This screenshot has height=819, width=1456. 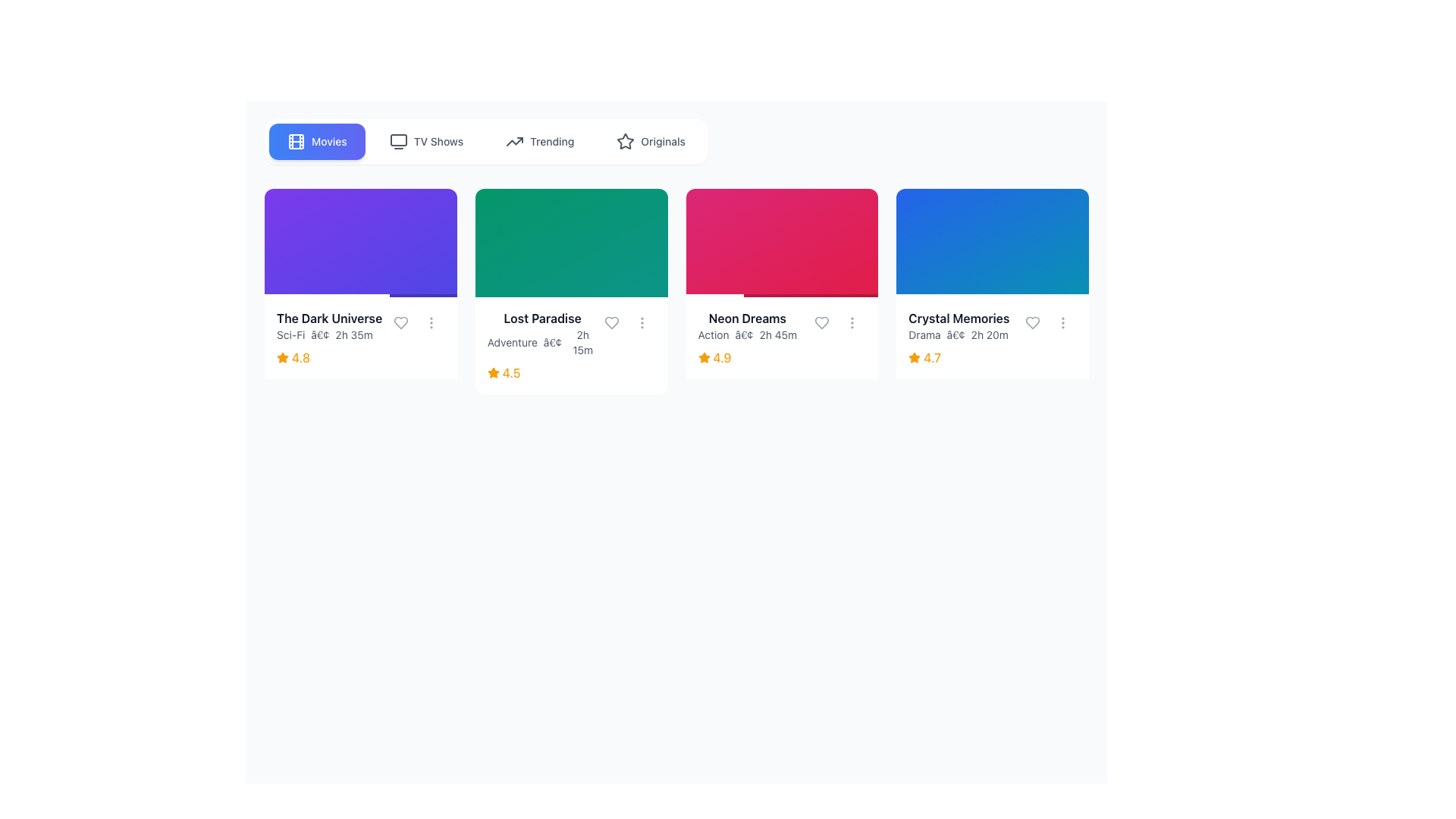 I want to click on the star icon in the navigation menu bar, so click(x=626, y=141).